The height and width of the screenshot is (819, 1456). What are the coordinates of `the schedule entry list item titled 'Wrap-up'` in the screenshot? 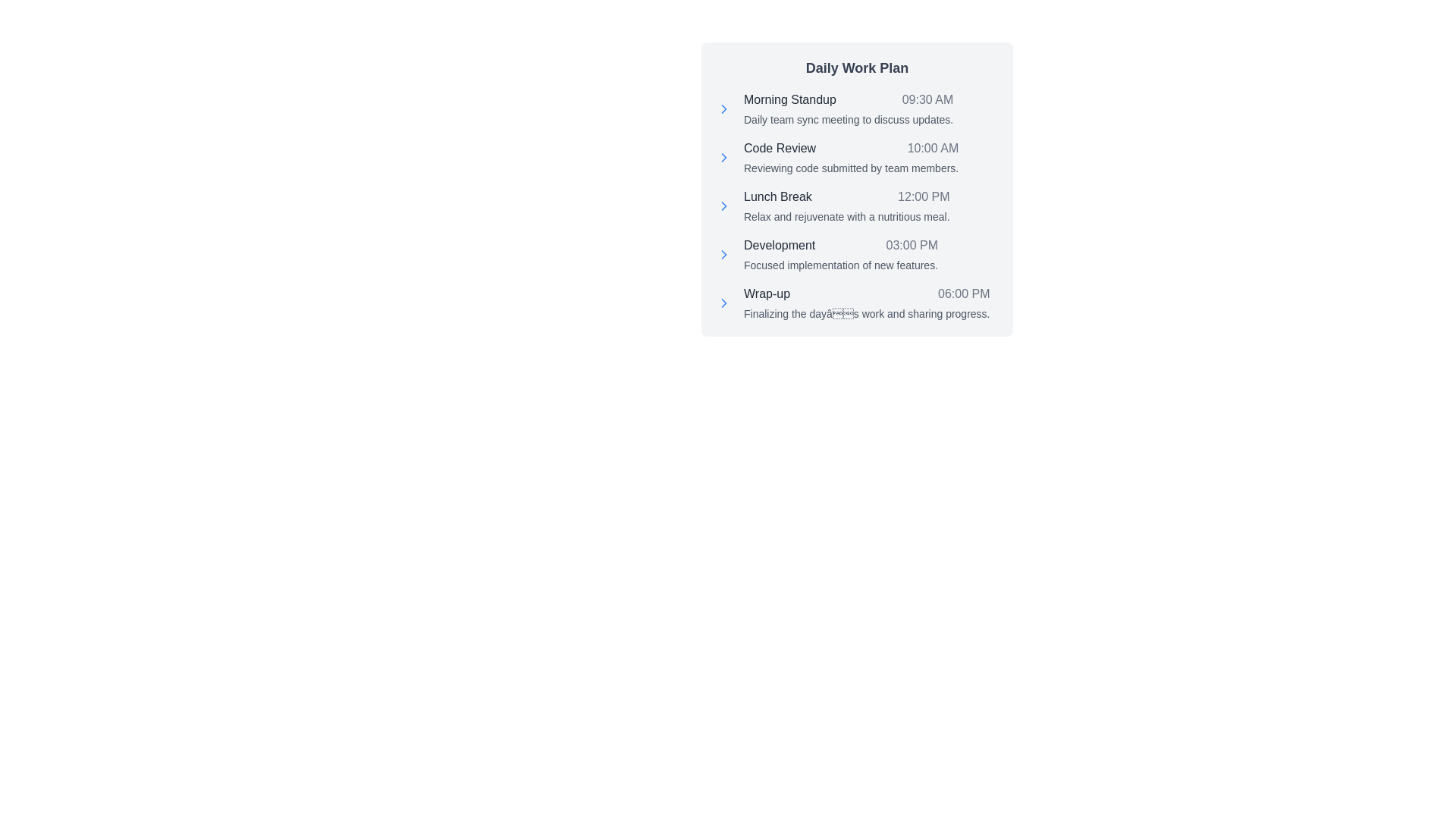 It's located at (867, 303).